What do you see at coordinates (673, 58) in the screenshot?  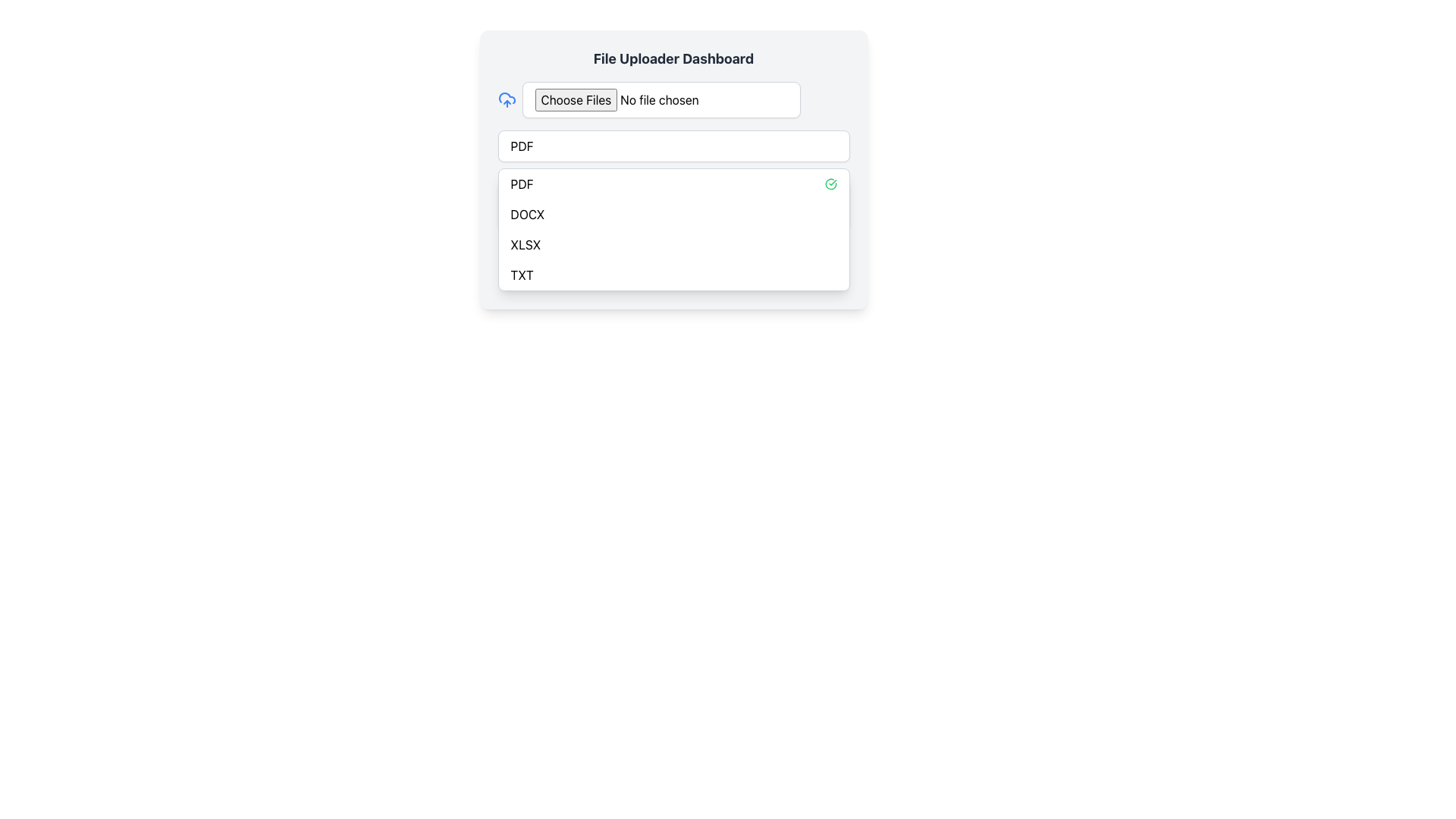 I see `the Header Label of the 'File Uploader Dashboard' section, which is a static label providing context to the user about the interface below` at bounding box center [673, 58].